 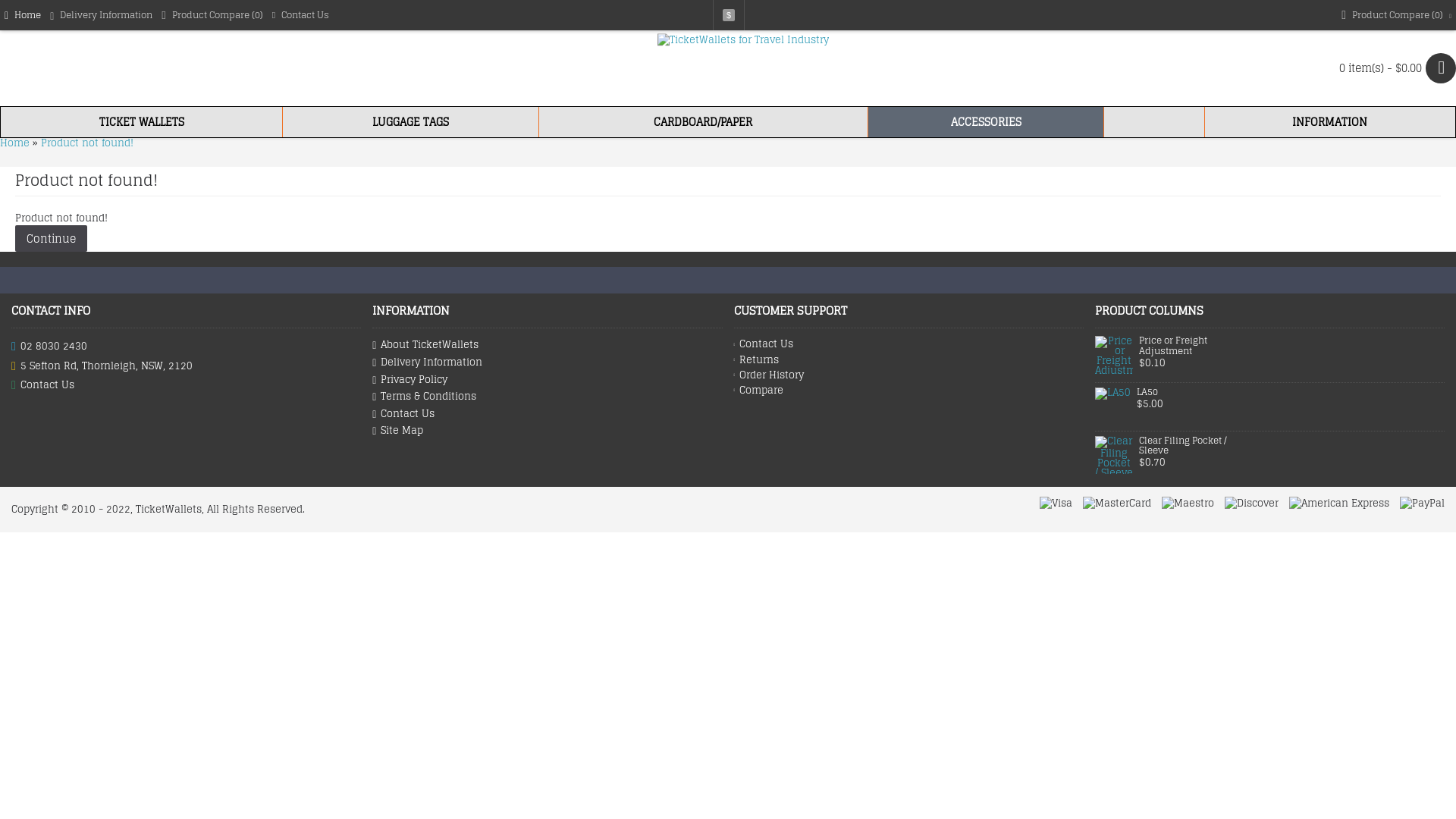 I want to click on 'Product not found!', so click(x=40, y=143).